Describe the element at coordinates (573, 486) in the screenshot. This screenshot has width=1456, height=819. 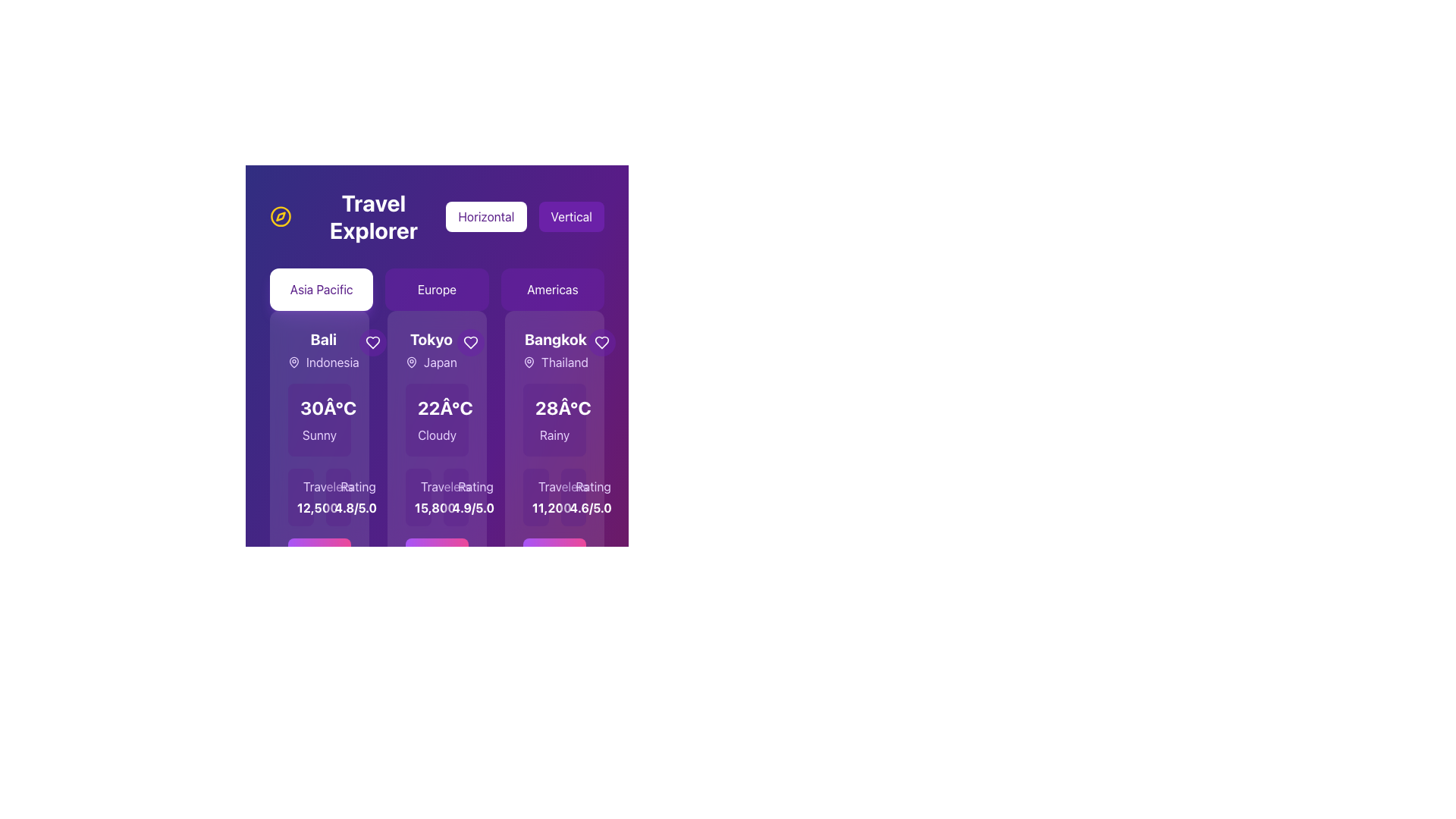
I see `the Text label indicating the purpose of the associated star icon and numeric rating below it, which displays the rating for the location` at that location.